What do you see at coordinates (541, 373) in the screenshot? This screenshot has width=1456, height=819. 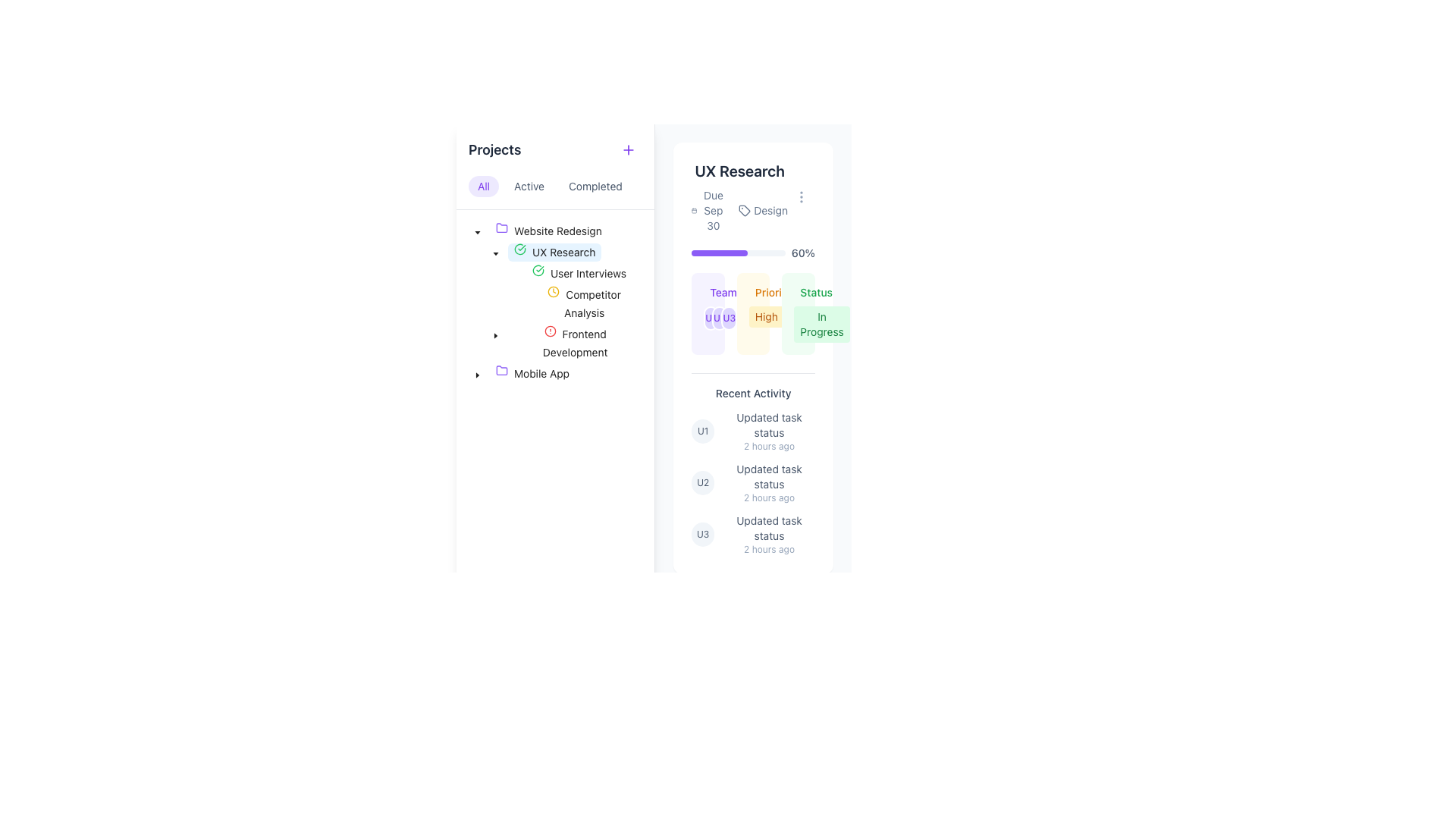 I see `the 'Mobile App' label in the project navigation list` at bounding box center [541, 373].